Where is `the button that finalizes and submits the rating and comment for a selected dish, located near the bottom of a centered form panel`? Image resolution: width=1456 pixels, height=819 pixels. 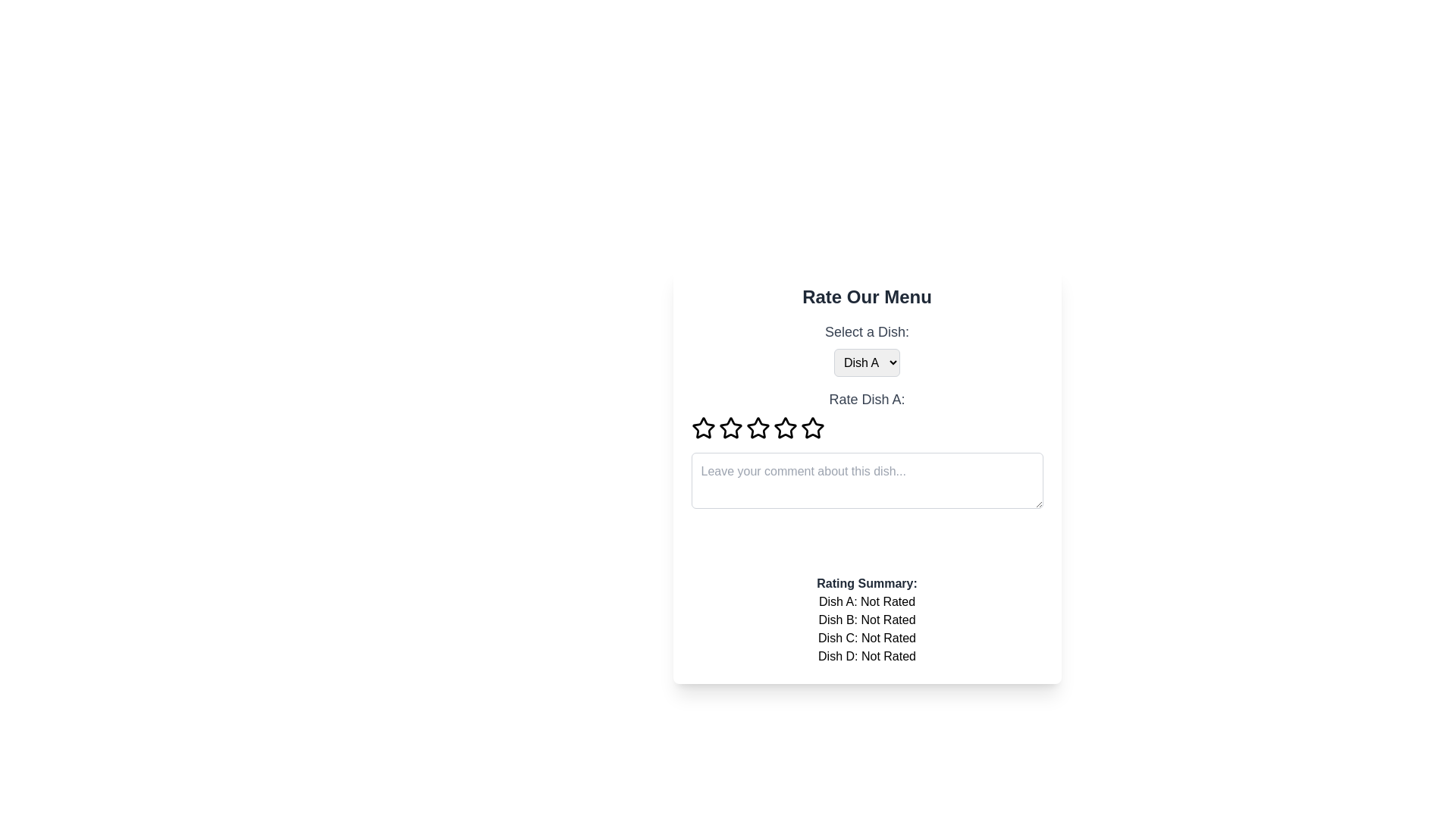 the button that finalizes and submits the rating and comment for a selected dish, located near the bottom of a centered form panel is located at coordinates (867, 540).